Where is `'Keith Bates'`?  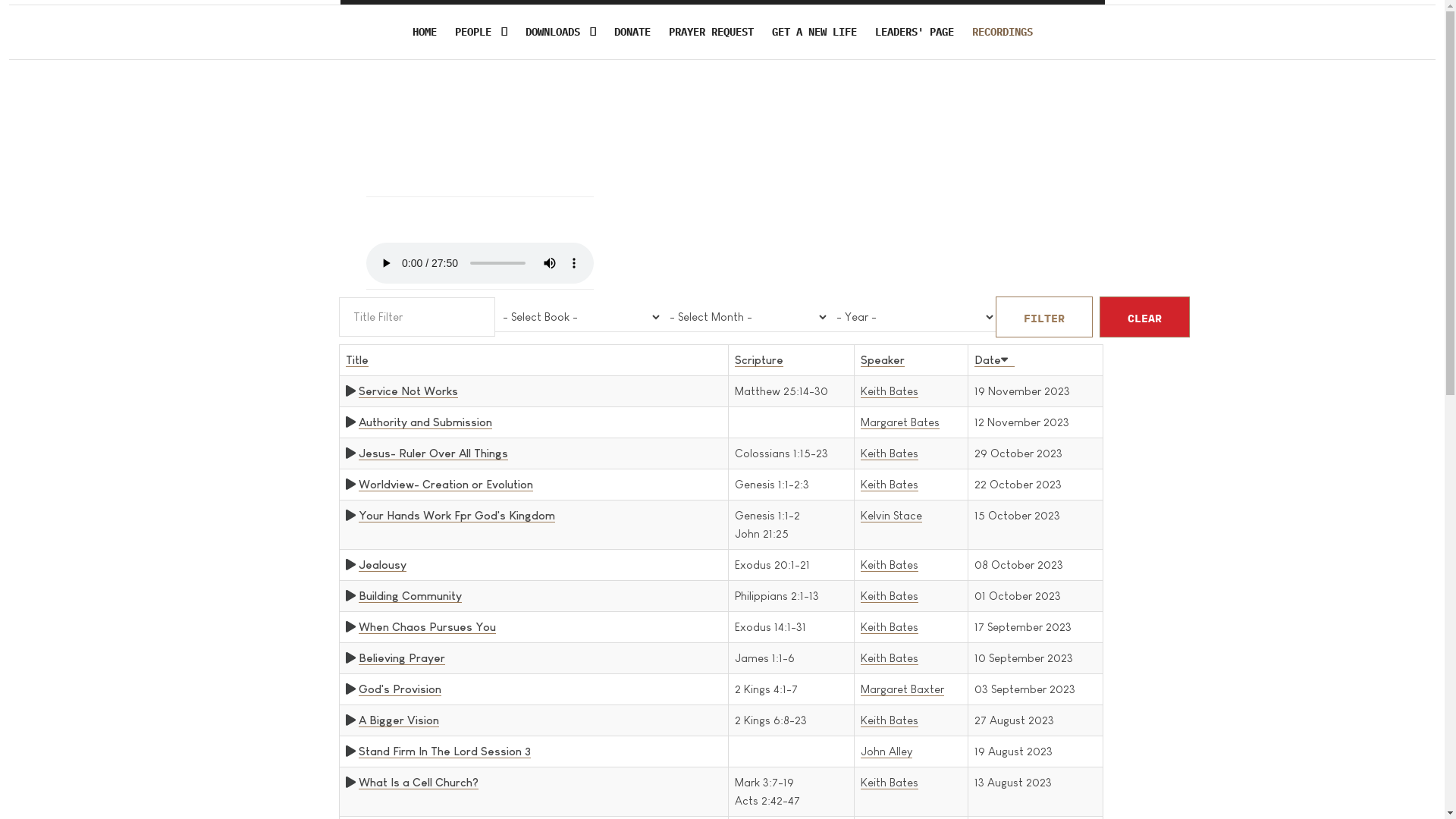
'Keith Bates' is located at coordinates (889, 452).